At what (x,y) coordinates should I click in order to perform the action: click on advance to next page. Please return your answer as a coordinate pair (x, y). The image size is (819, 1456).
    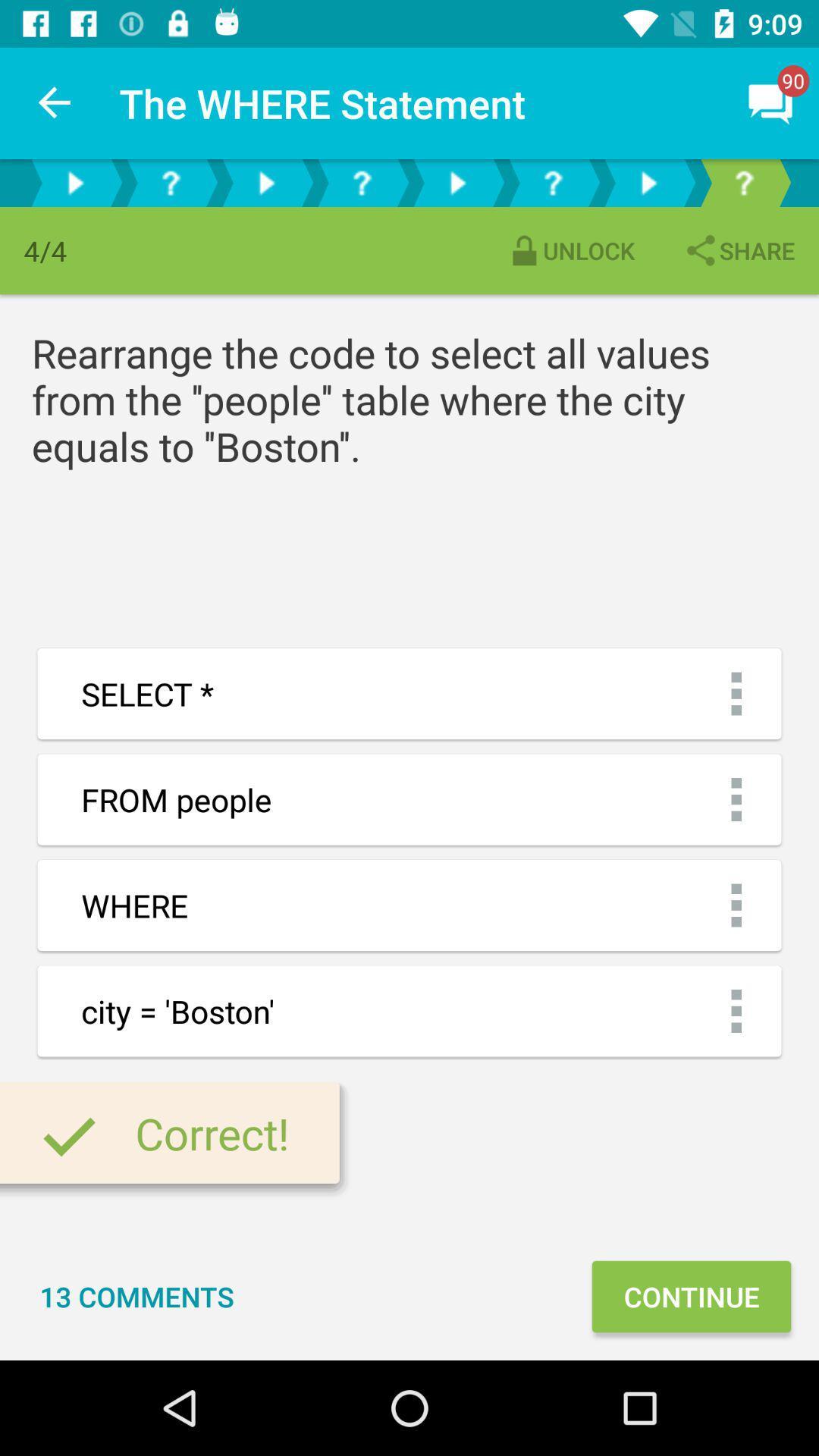
    Looking at the image, I should click on (456, 182).